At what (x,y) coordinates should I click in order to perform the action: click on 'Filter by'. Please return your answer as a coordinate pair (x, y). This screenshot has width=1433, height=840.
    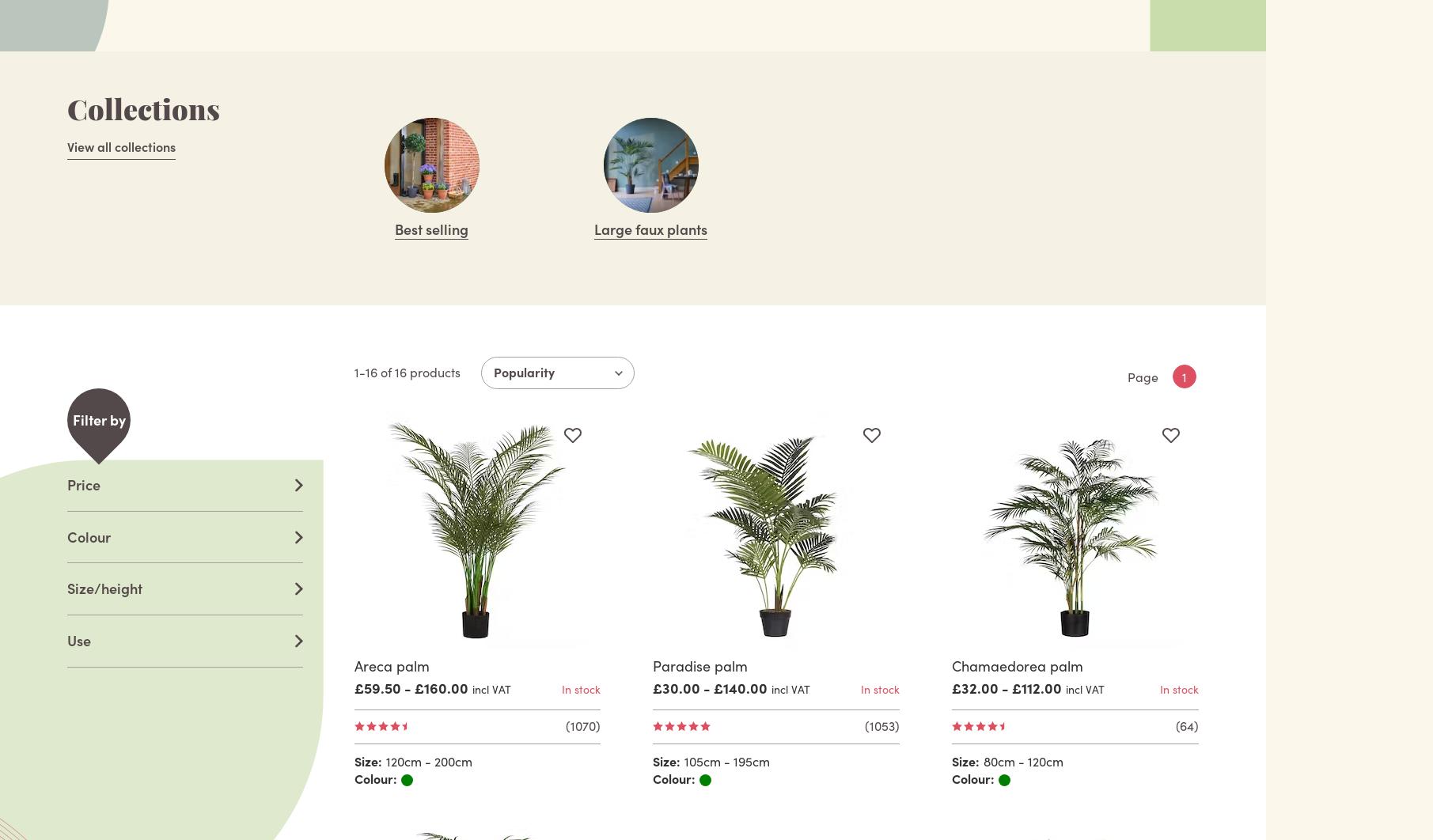
    Looking at the image, I should click on (97, 418).